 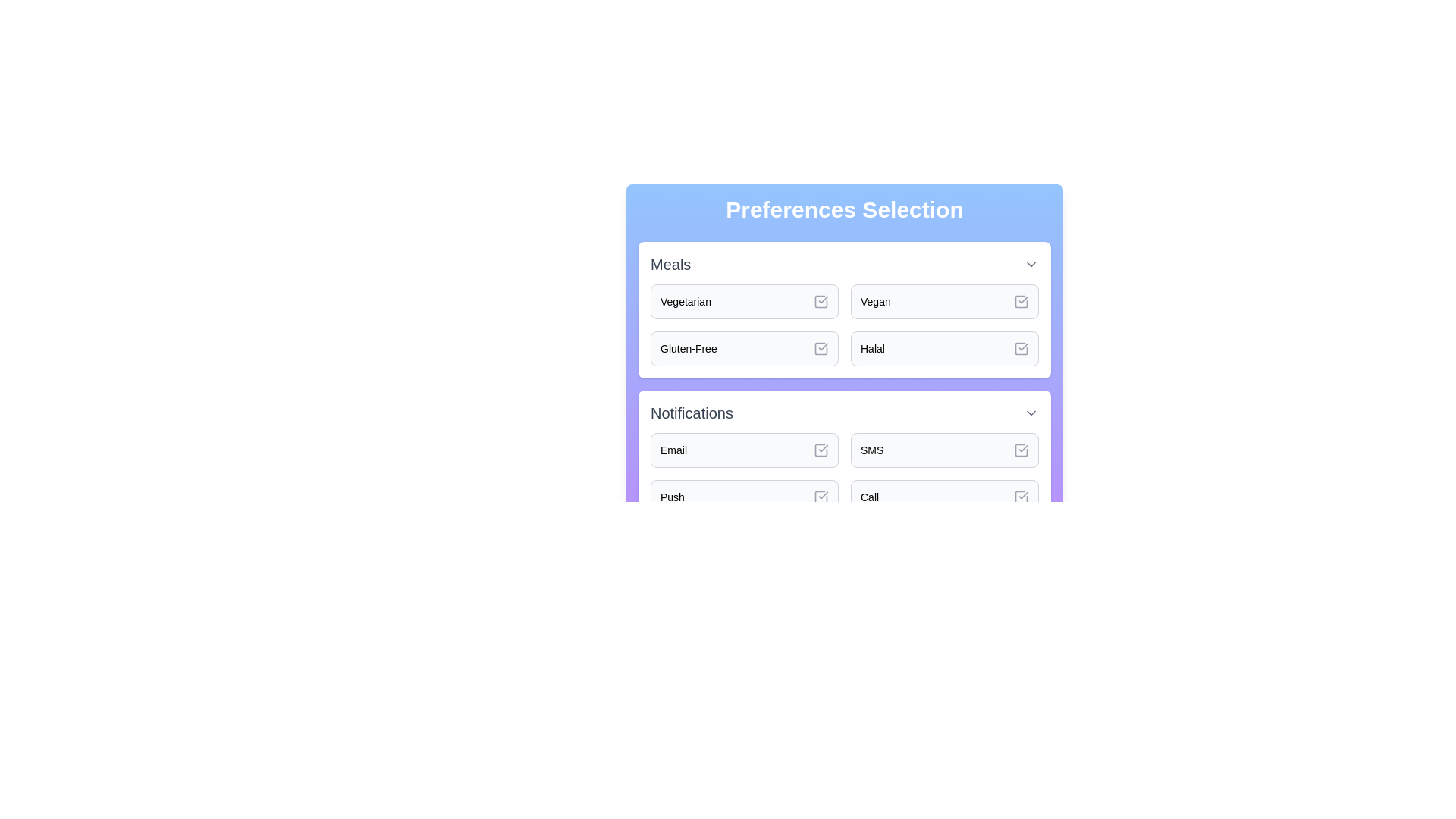 What do you see at coordinates (1021, 450) in the screenshot?
I see `the 'SMS' notification preference checkbox` at bounding box center [1021, 450].